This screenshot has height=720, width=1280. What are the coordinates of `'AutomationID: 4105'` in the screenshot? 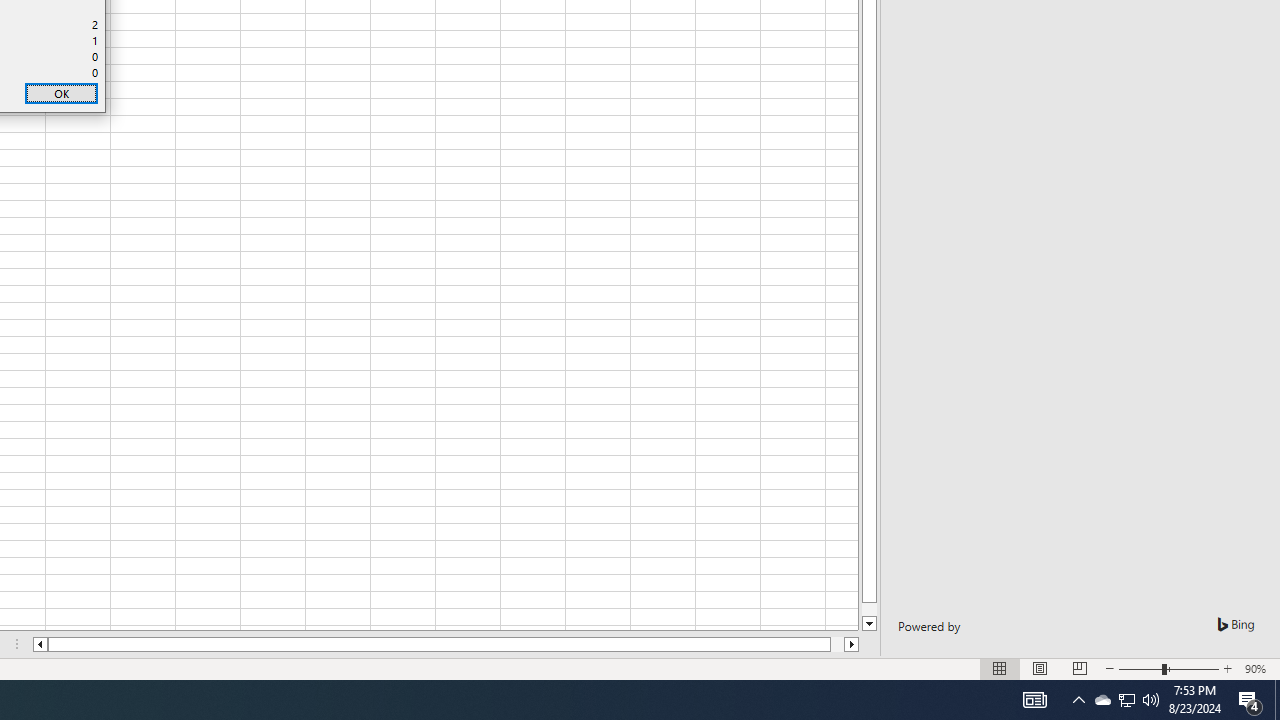 It's located at (1034, 698).